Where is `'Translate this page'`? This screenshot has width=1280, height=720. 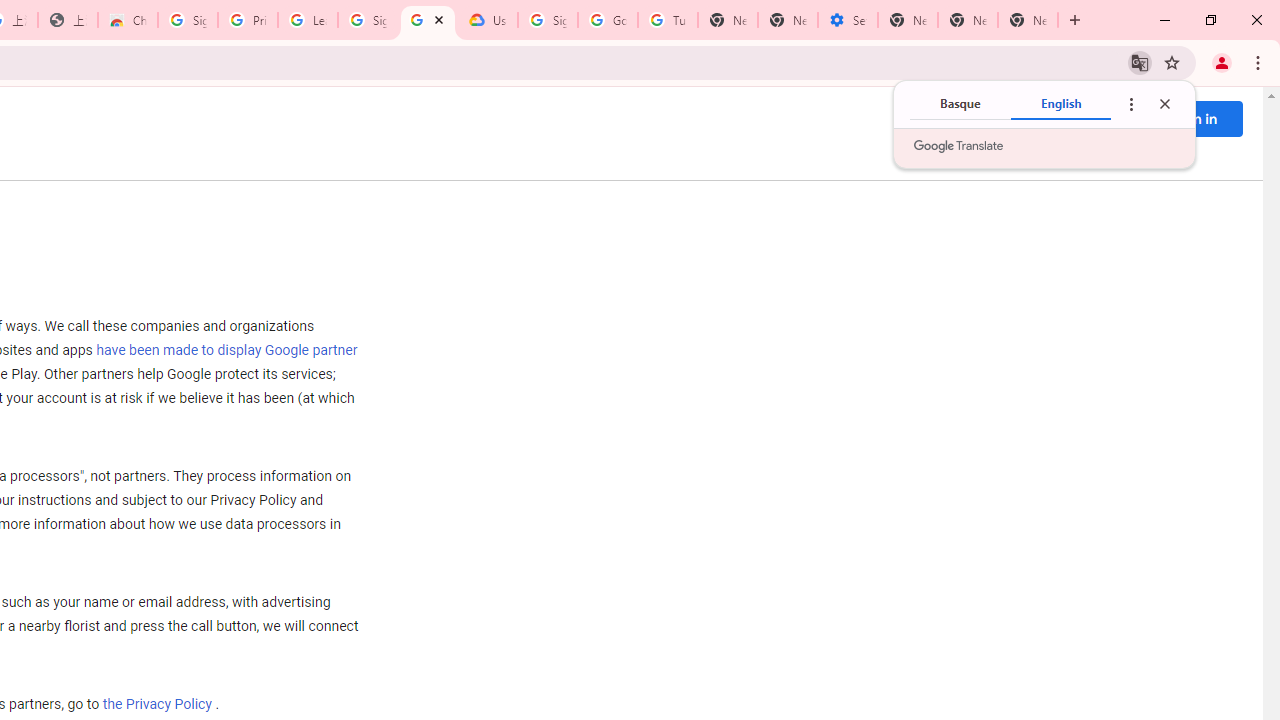
'Translate this page' is located at coordinates (1139, 61).